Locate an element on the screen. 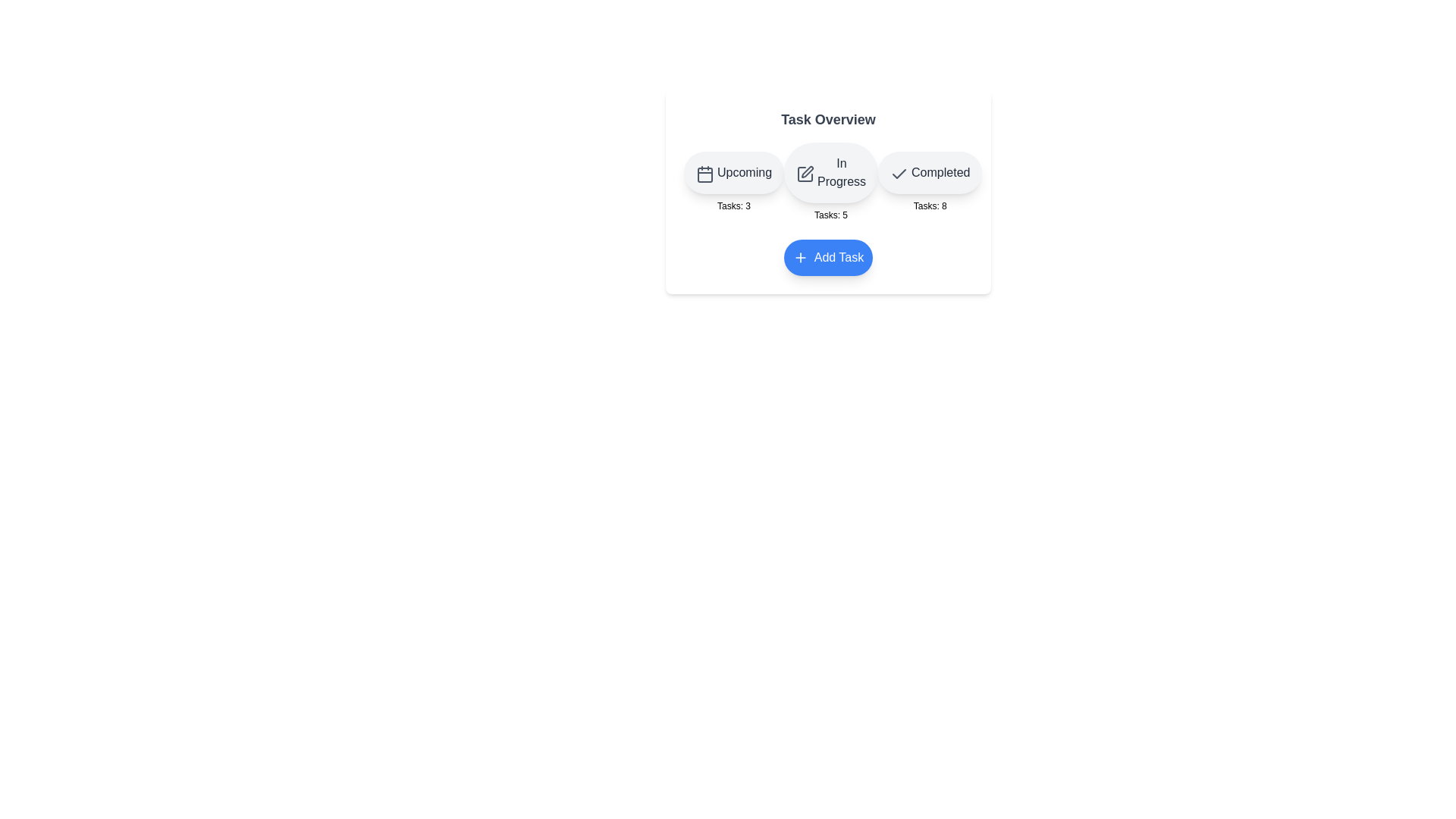 Image resolution: width=1456 pixels, height=819 pixels. the button for the category Upcoming is located at coordinates (734, 171).